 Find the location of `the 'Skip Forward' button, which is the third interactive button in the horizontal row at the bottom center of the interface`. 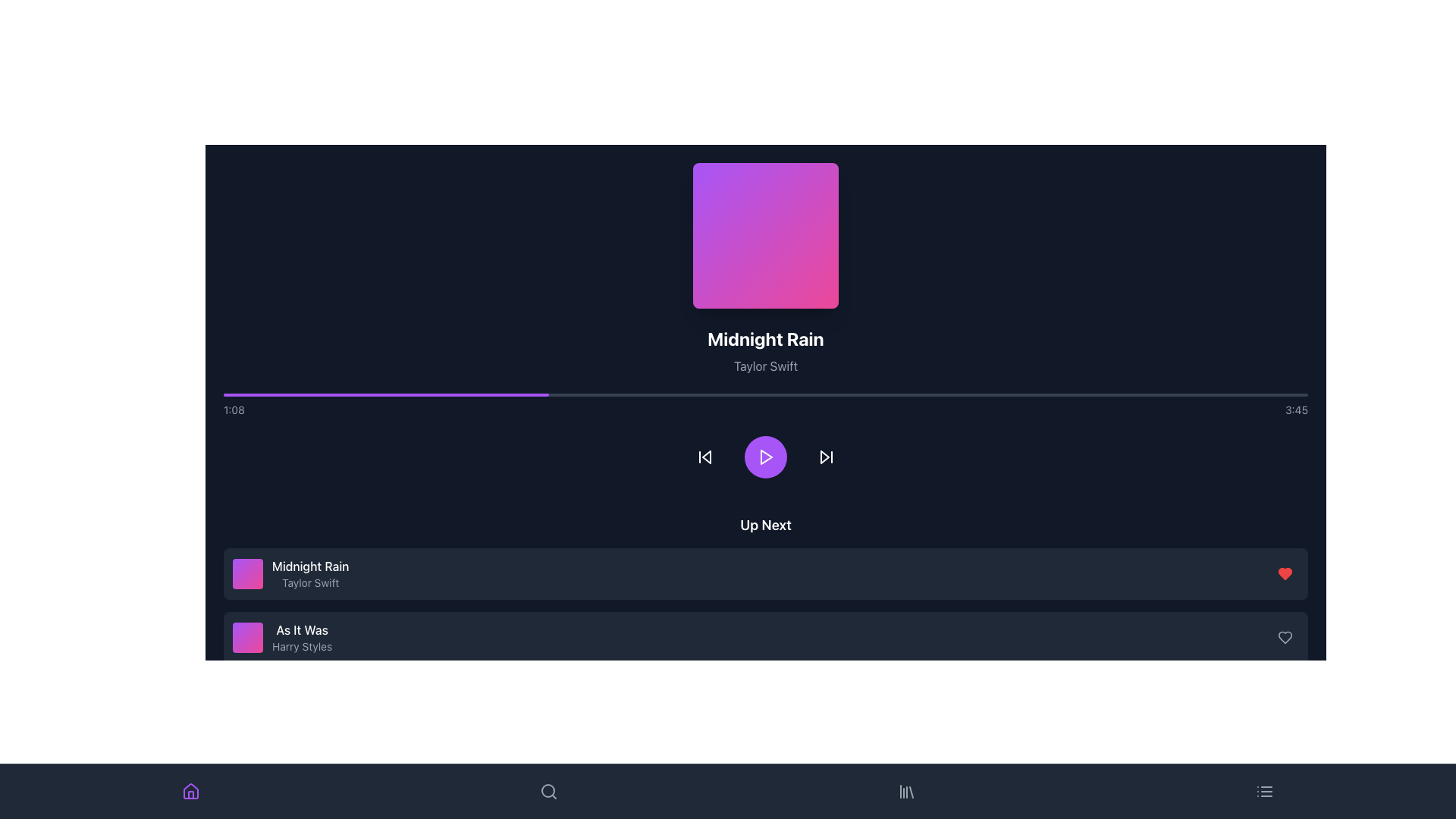

the 'Skip Forward' button, which is the third interactive button in the horizontal row at the bottom center of the interface is located at coordinates (825, 456).